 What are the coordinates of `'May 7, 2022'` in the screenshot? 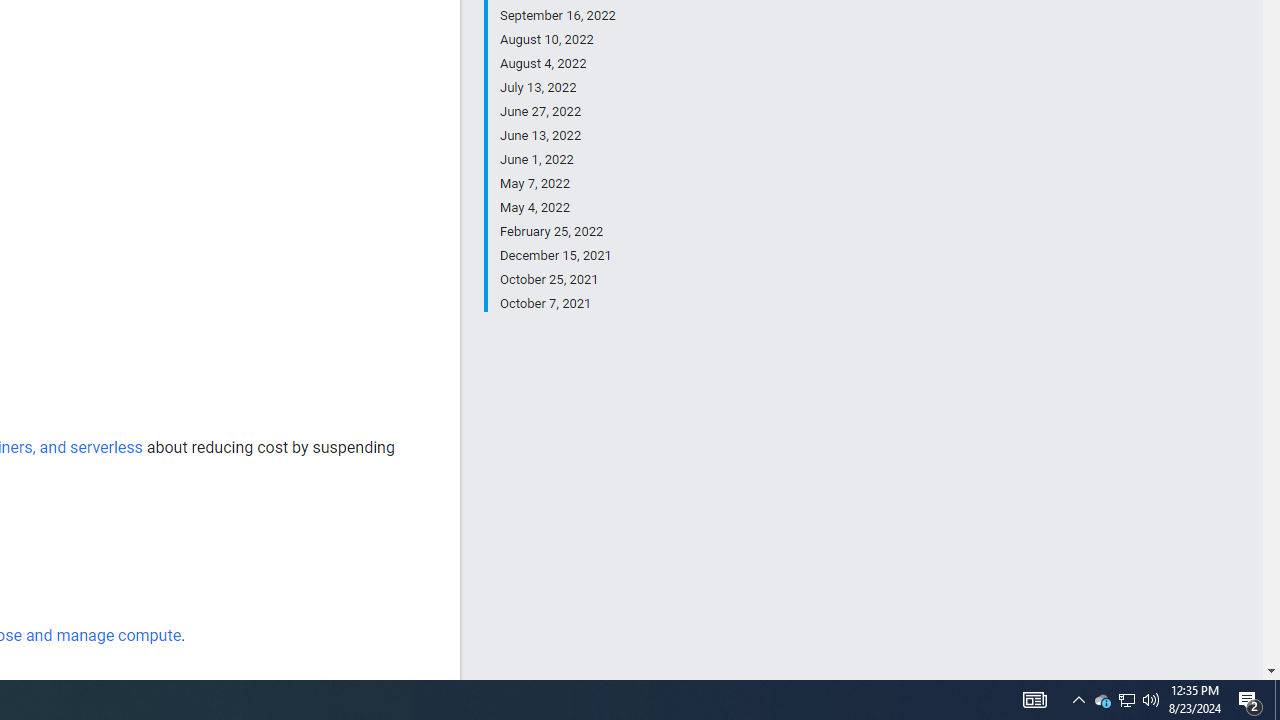 It's located at (557, 183).